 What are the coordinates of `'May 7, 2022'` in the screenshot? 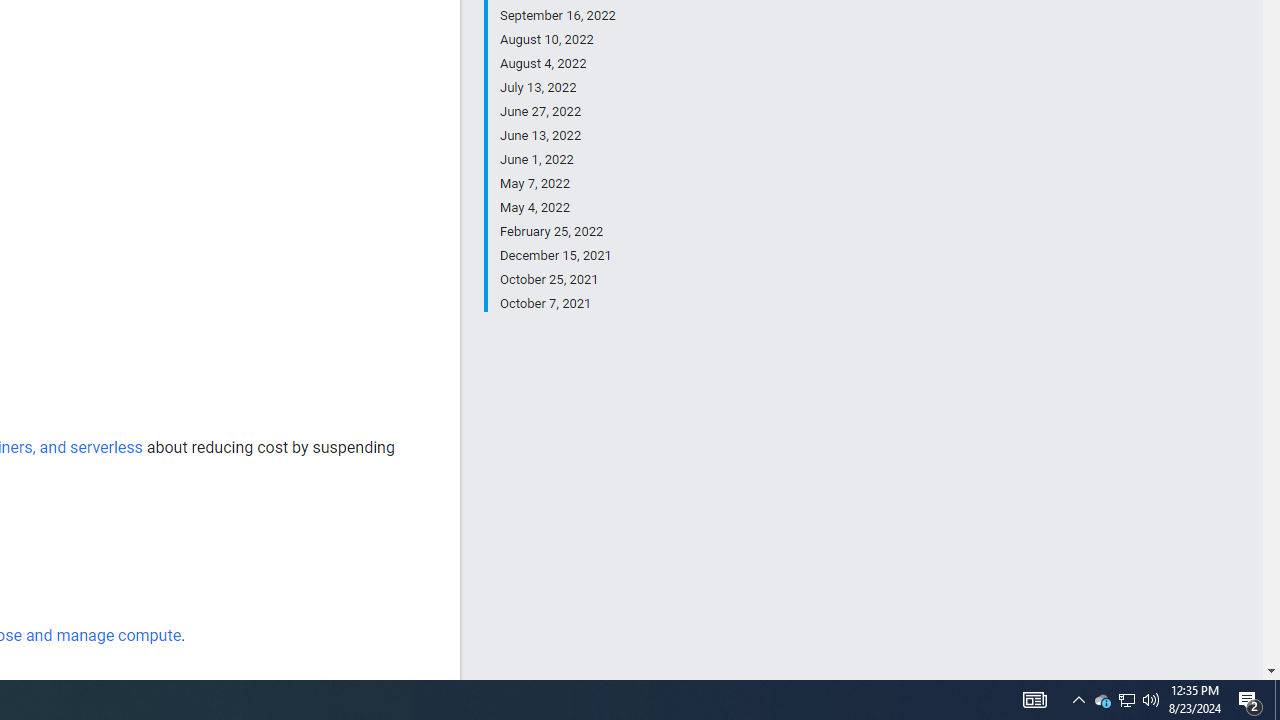 It's located at (557, 183).